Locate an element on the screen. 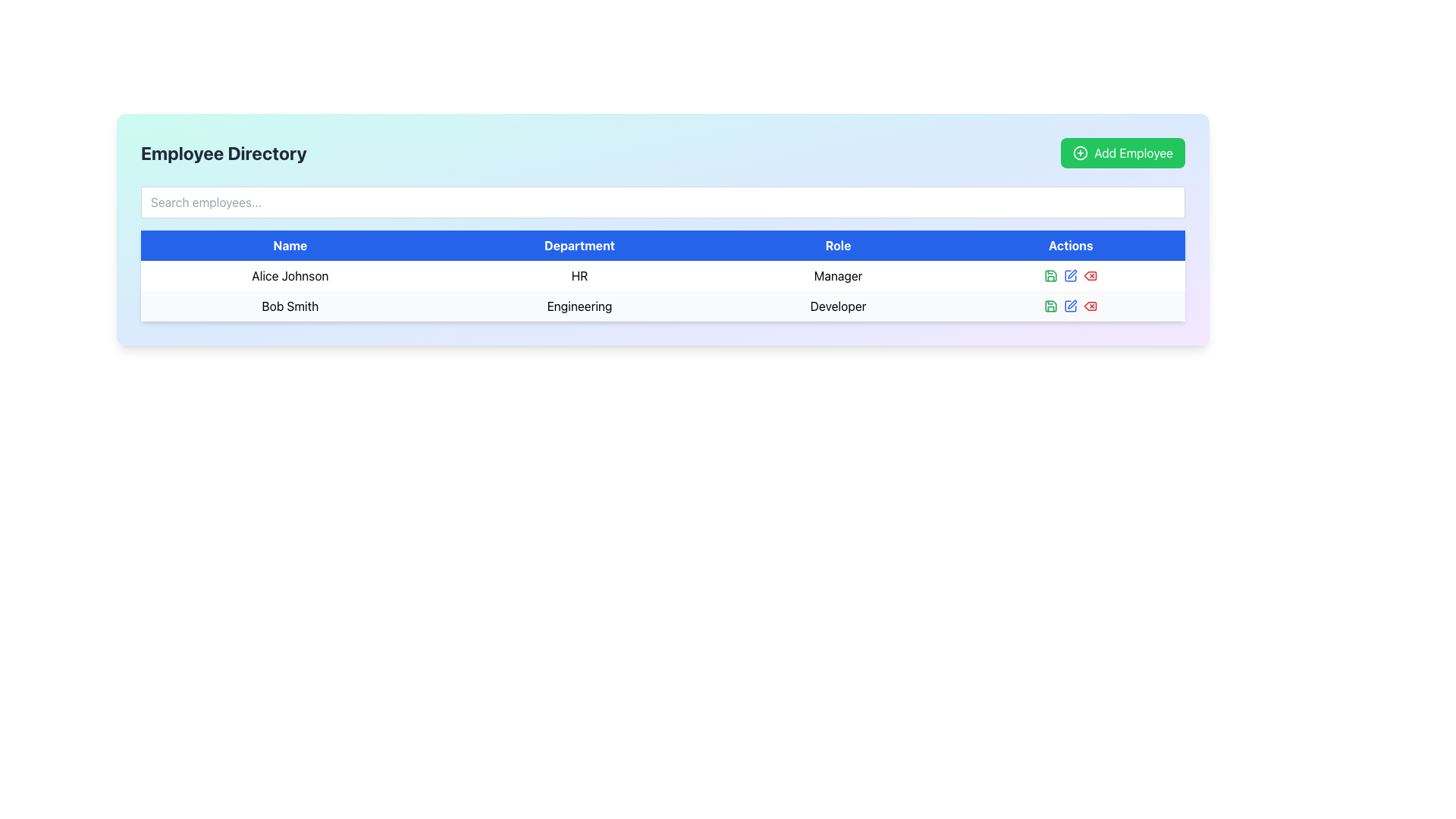  the text label 'Bob Smith' located in the second row of the table under the 'Name' column is located at coordinates (290, 306).